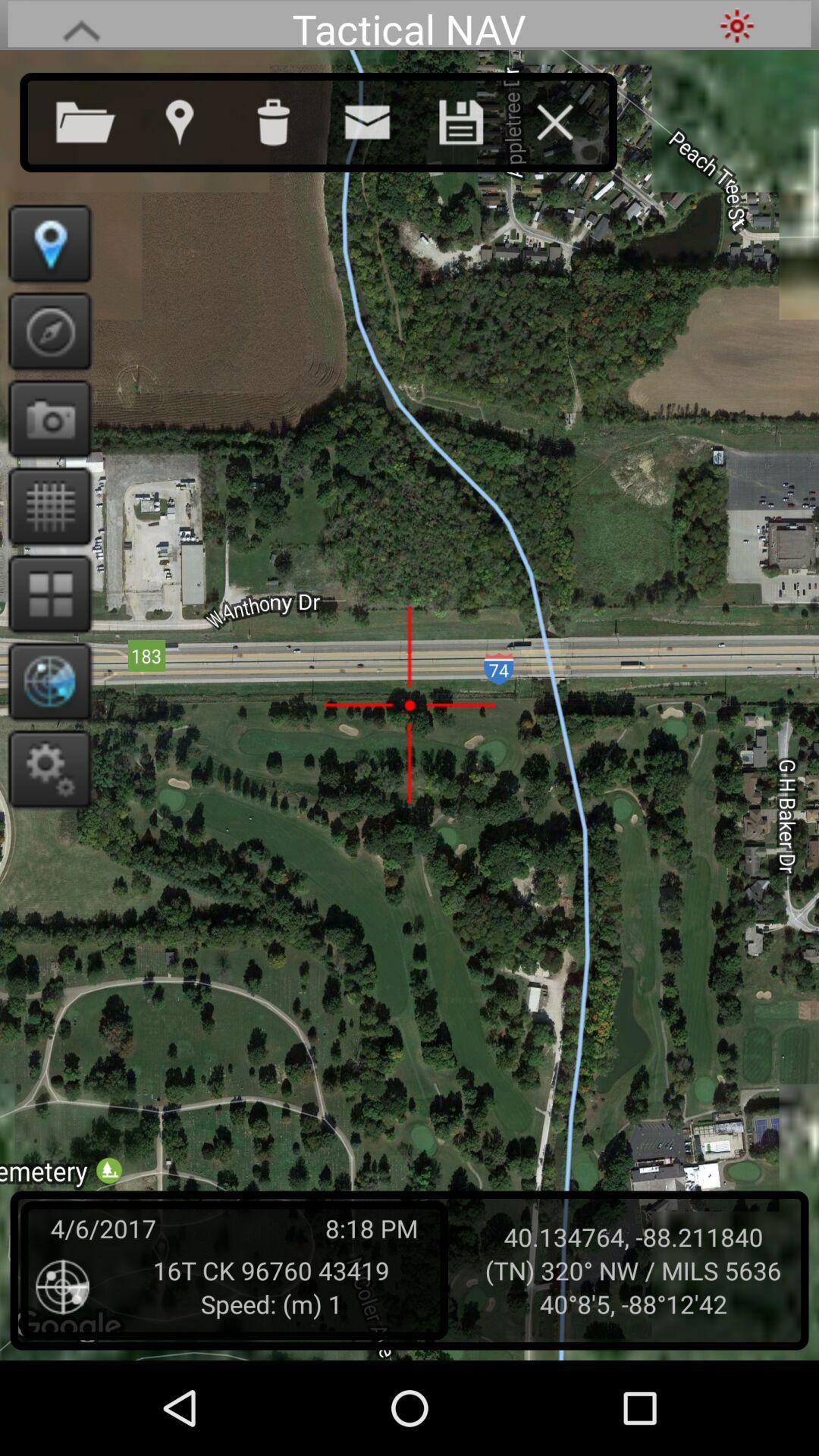 Image resolution: width=819 pixels, height=1456 pixels. What do you see at coordinates (81, 27) in the screenshot?
I see `the font icon` at bounding box center [81, 27].